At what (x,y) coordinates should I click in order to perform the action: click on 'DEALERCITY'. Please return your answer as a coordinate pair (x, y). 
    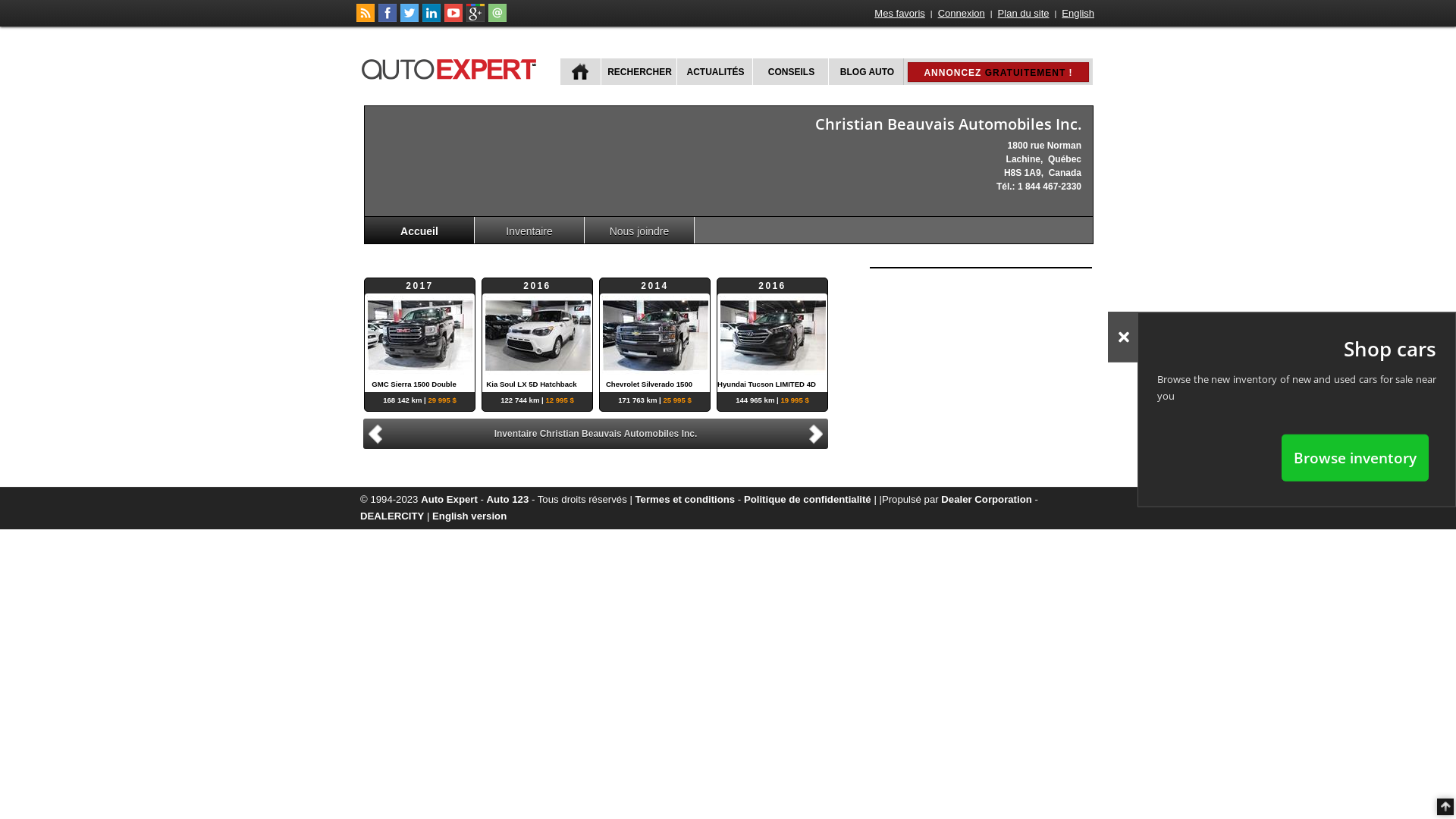
    Looking at the image, I should click on (392, 515).